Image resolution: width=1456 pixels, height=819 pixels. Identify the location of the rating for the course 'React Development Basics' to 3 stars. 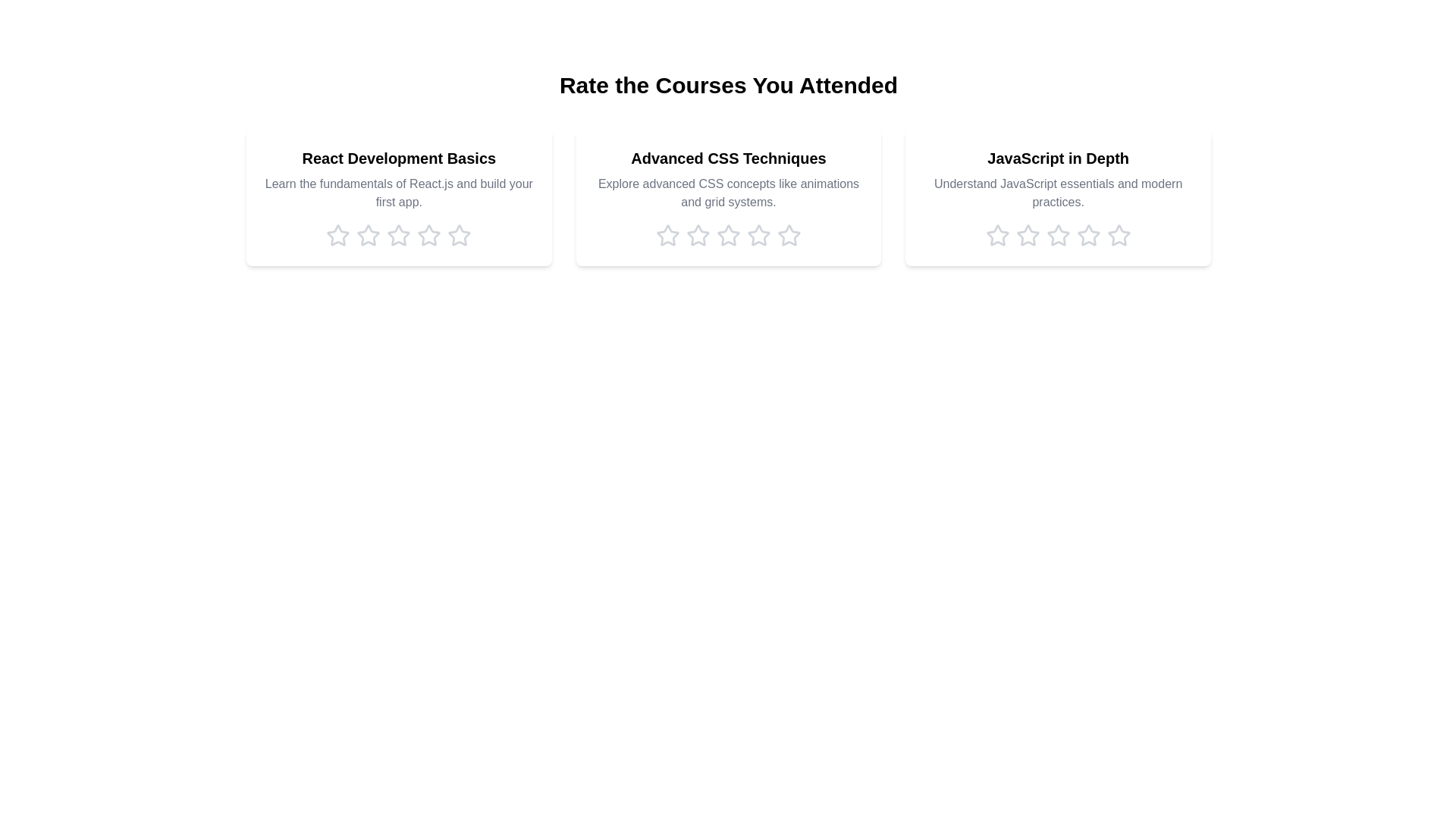
(399, 236).